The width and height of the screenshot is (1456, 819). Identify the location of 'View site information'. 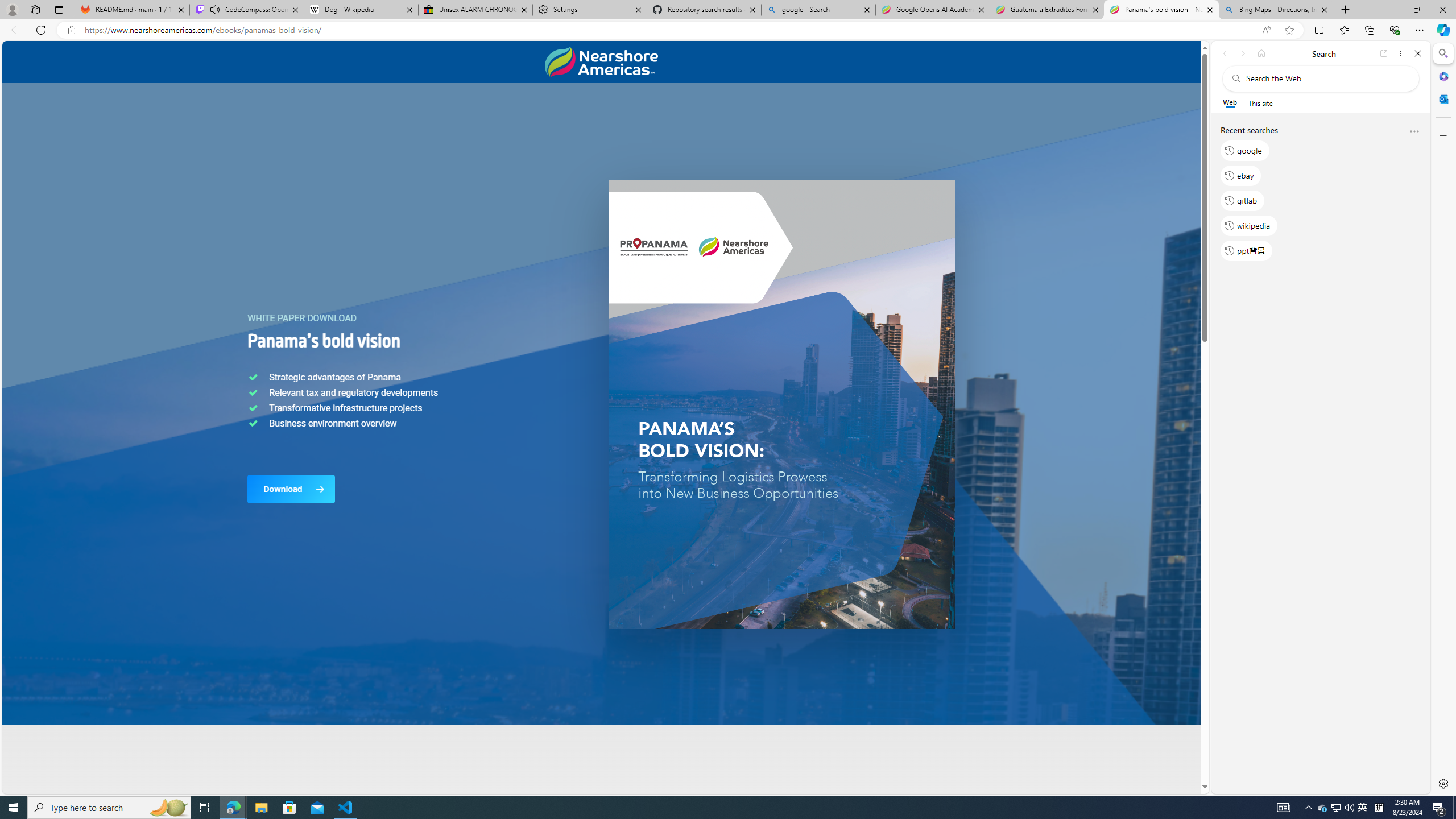
(71, 30).